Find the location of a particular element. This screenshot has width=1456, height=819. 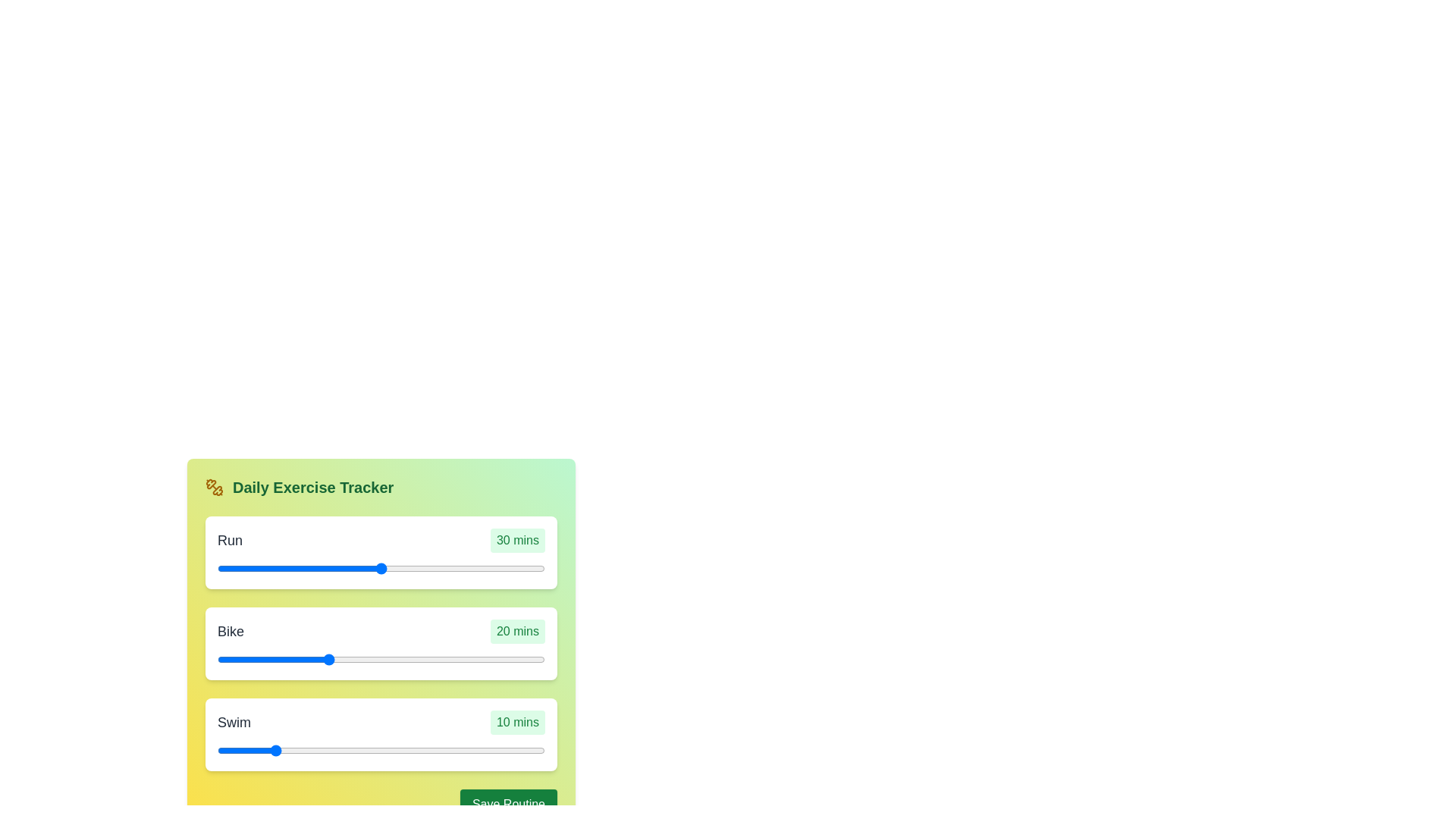

the duration of the 0 slider to 34 minutes is located at coordinates (473, 568).